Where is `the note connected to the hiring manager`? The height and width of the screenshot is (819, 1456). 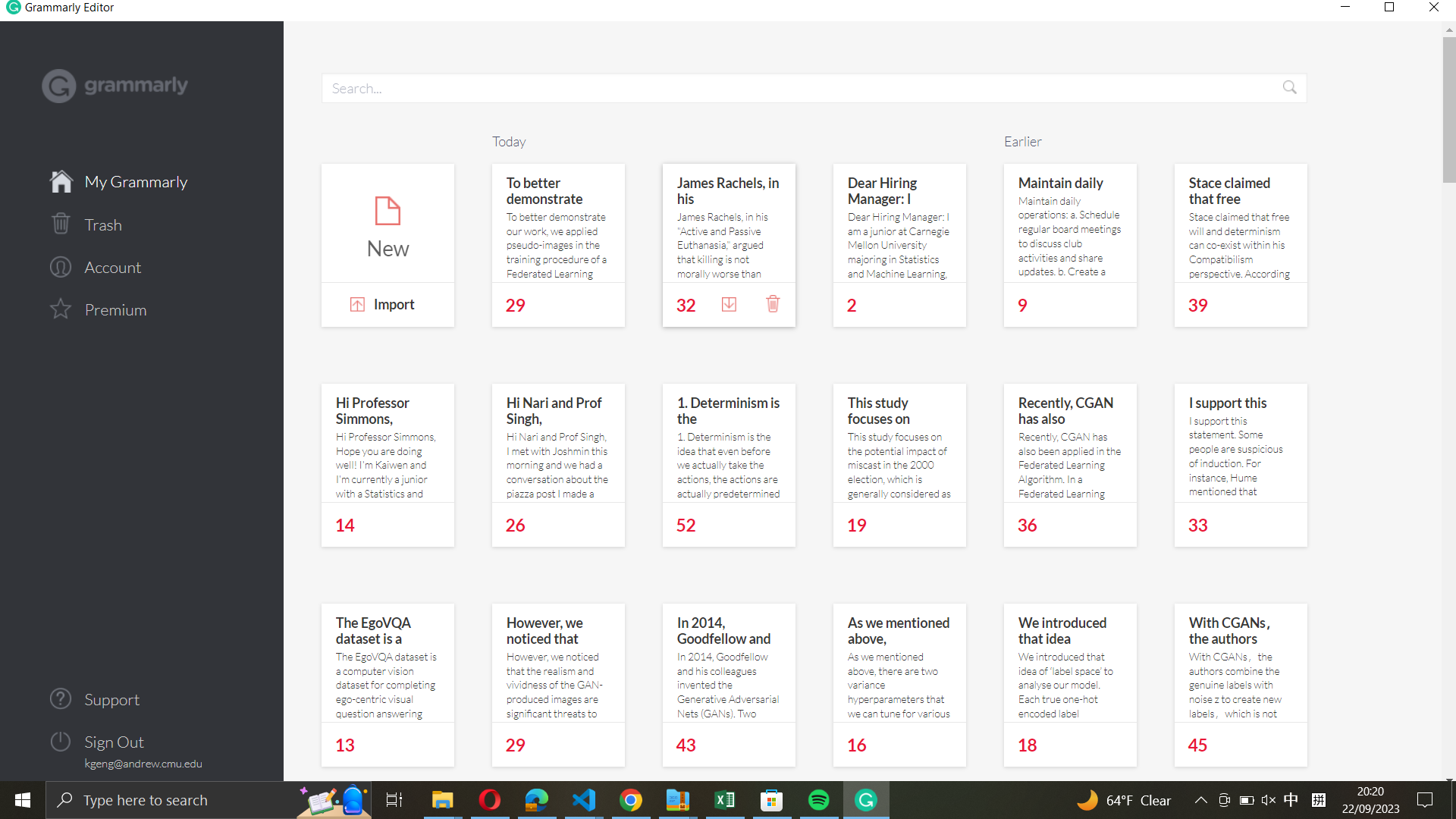 the note connected to the hiring manager is located at coordinates (899, 224).